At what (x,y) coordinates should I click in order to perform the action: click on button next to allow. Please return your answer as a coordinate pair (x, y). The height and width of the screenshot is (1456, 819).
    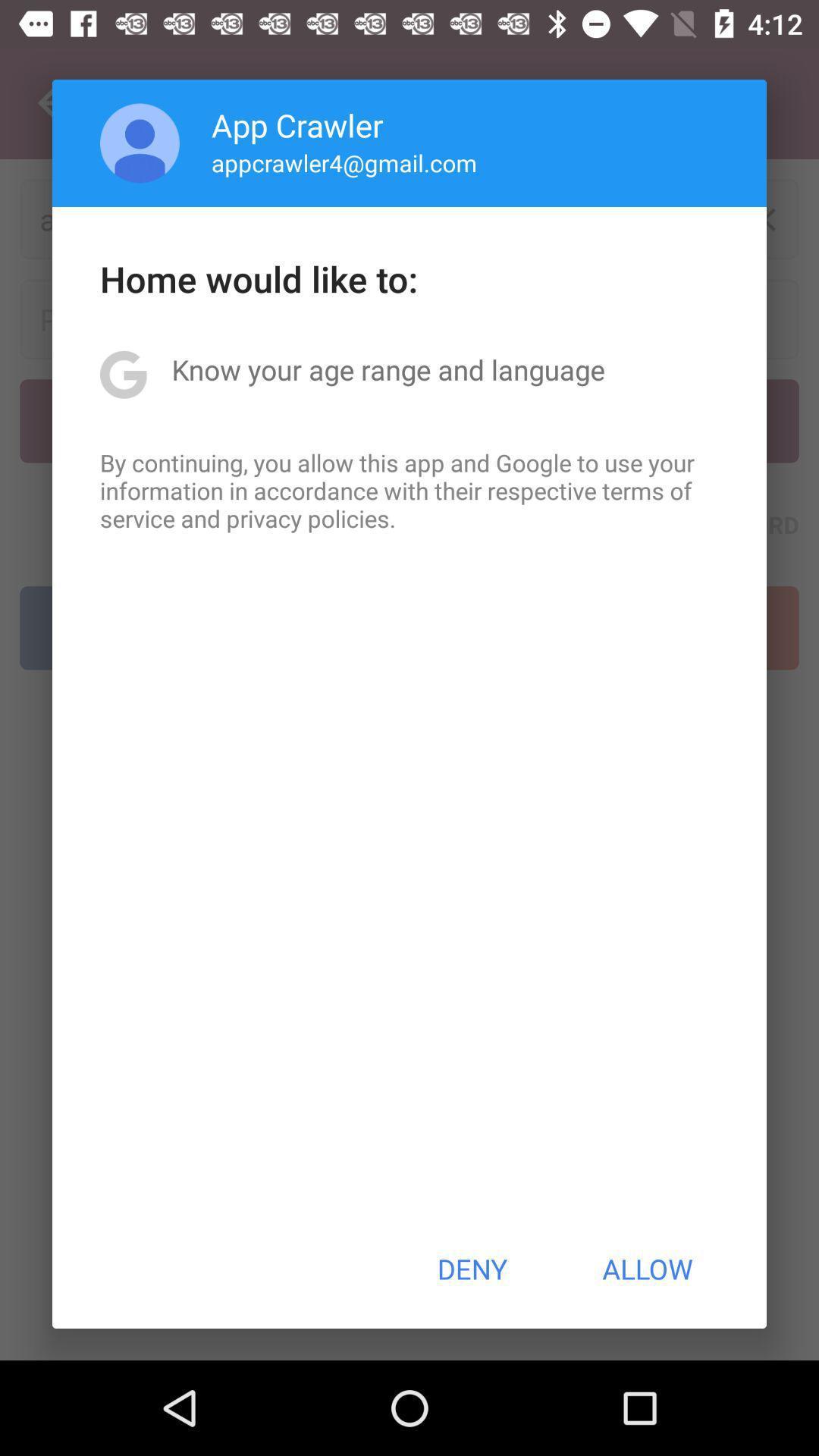
    Looking at the image, I should click on (471, 1269).